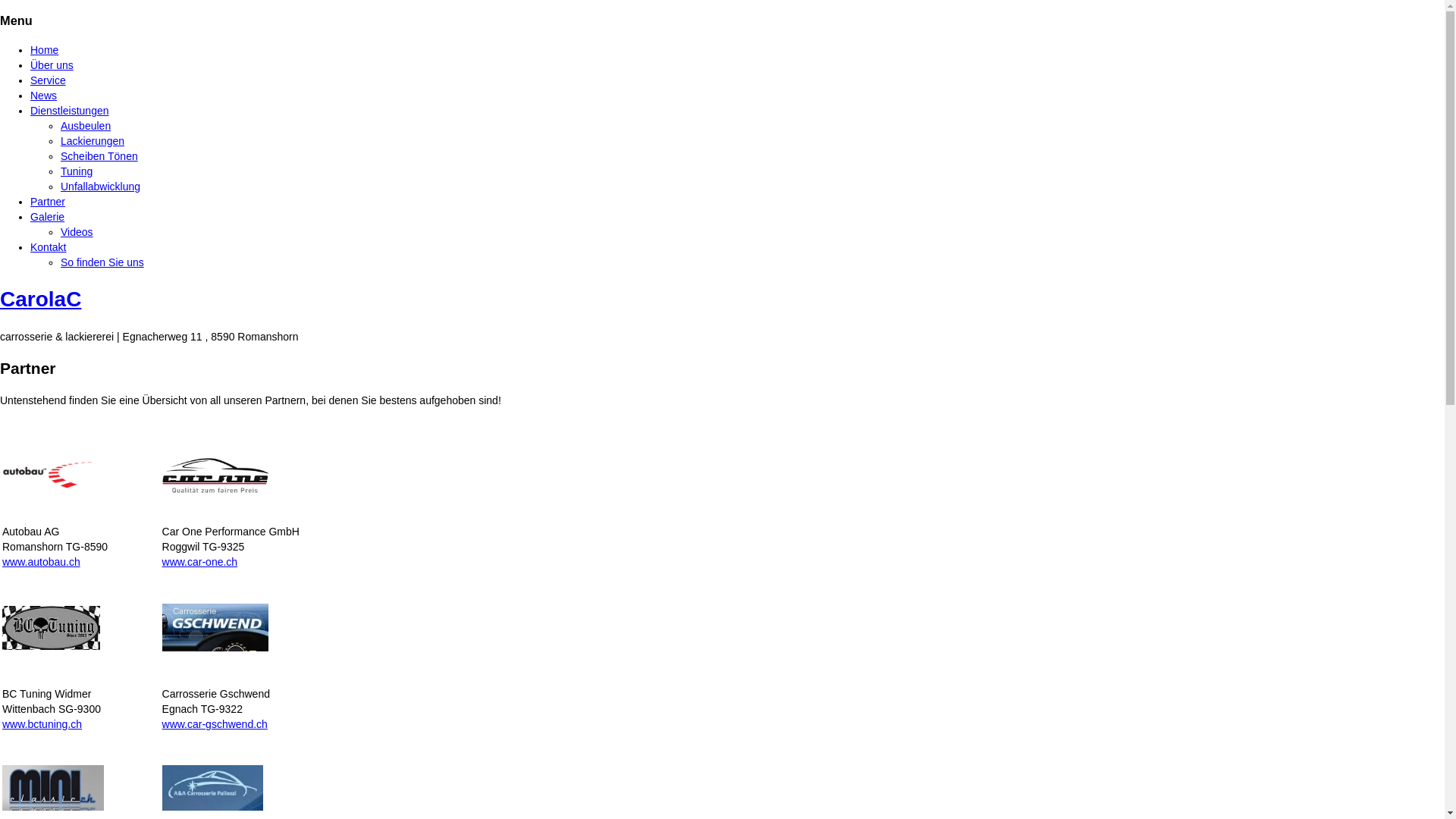 This screenshot has height=819, width=1456. Describe the element at coordinates (68, 110) in the screenshot. I see `'Dienstleistungen'` at that location.